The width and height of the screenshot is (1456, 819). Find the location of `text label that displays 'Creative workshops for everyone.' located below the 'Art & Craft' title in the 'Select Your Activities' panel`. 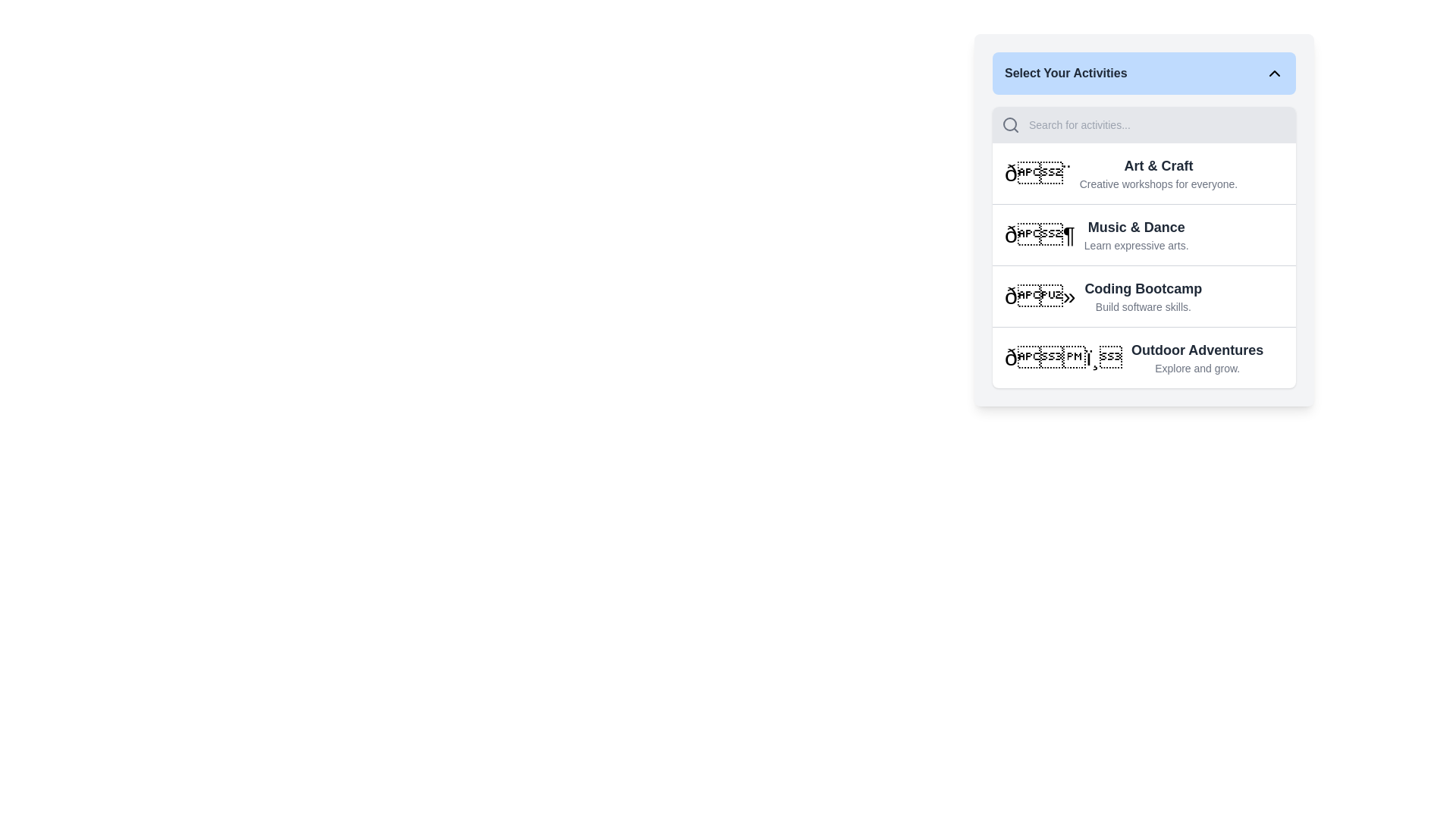

text label that displays 'Creative workshops for everyone.' located below the 'Art & Craft' title in the 'Select Your Activities' panel is located at coordinates (1157, 184).